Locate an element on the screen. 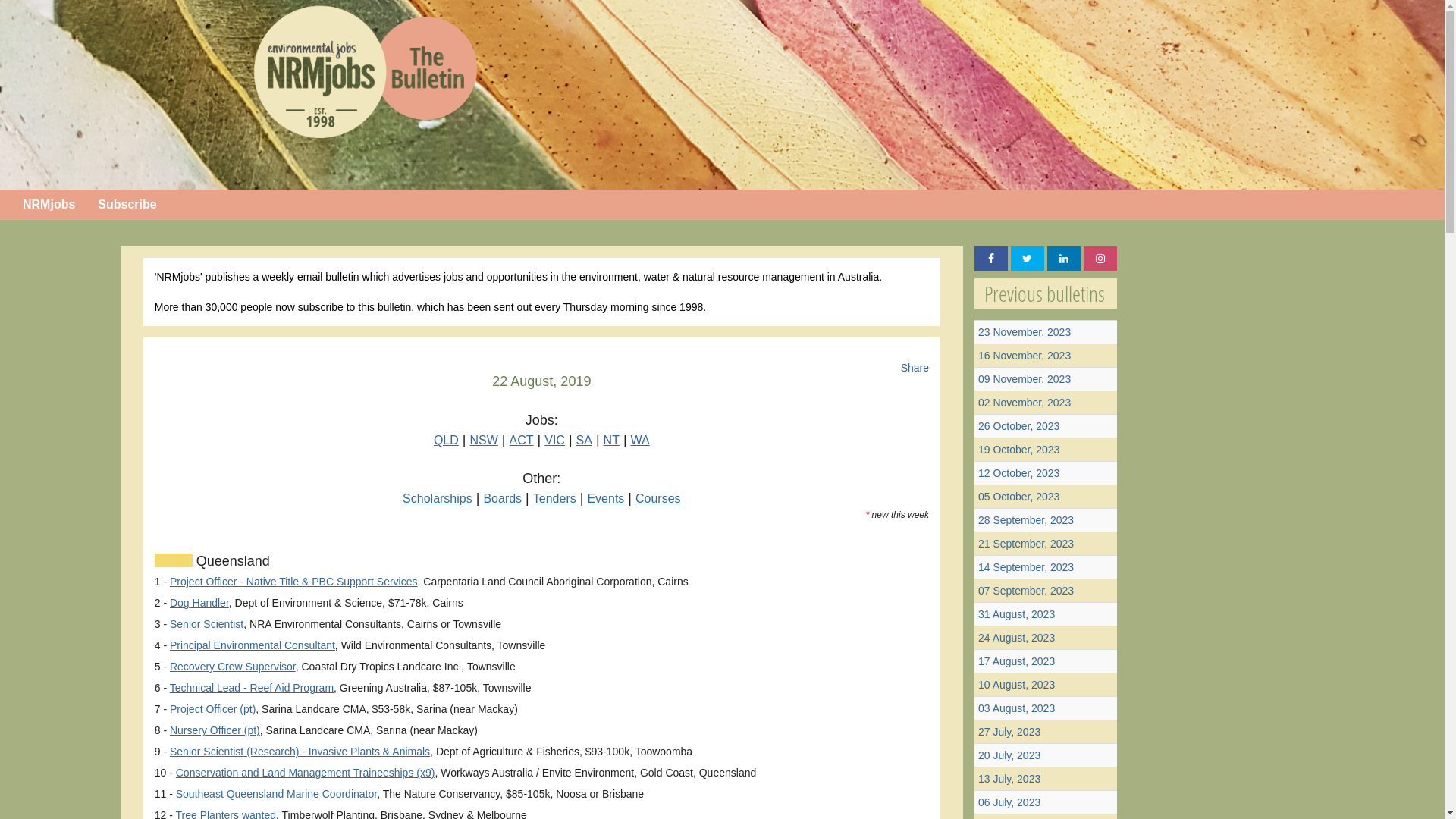 This screenshot has width=1456, height=819. 'Principal Environmental Consultant' is located at coordinates (252, 645).